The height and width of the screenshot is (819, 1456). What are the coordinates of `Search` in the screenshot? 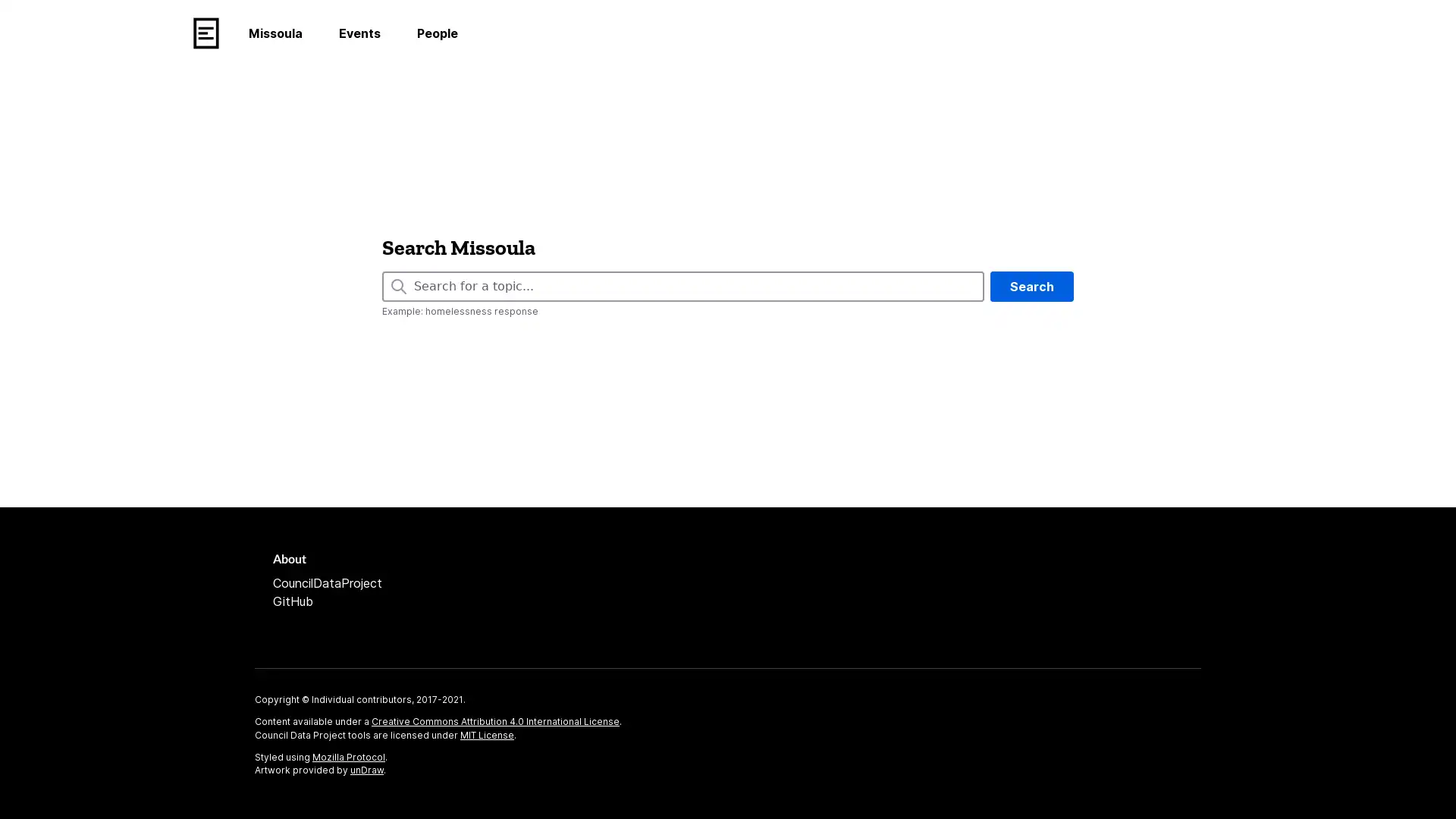 It's located at (1031, 287).